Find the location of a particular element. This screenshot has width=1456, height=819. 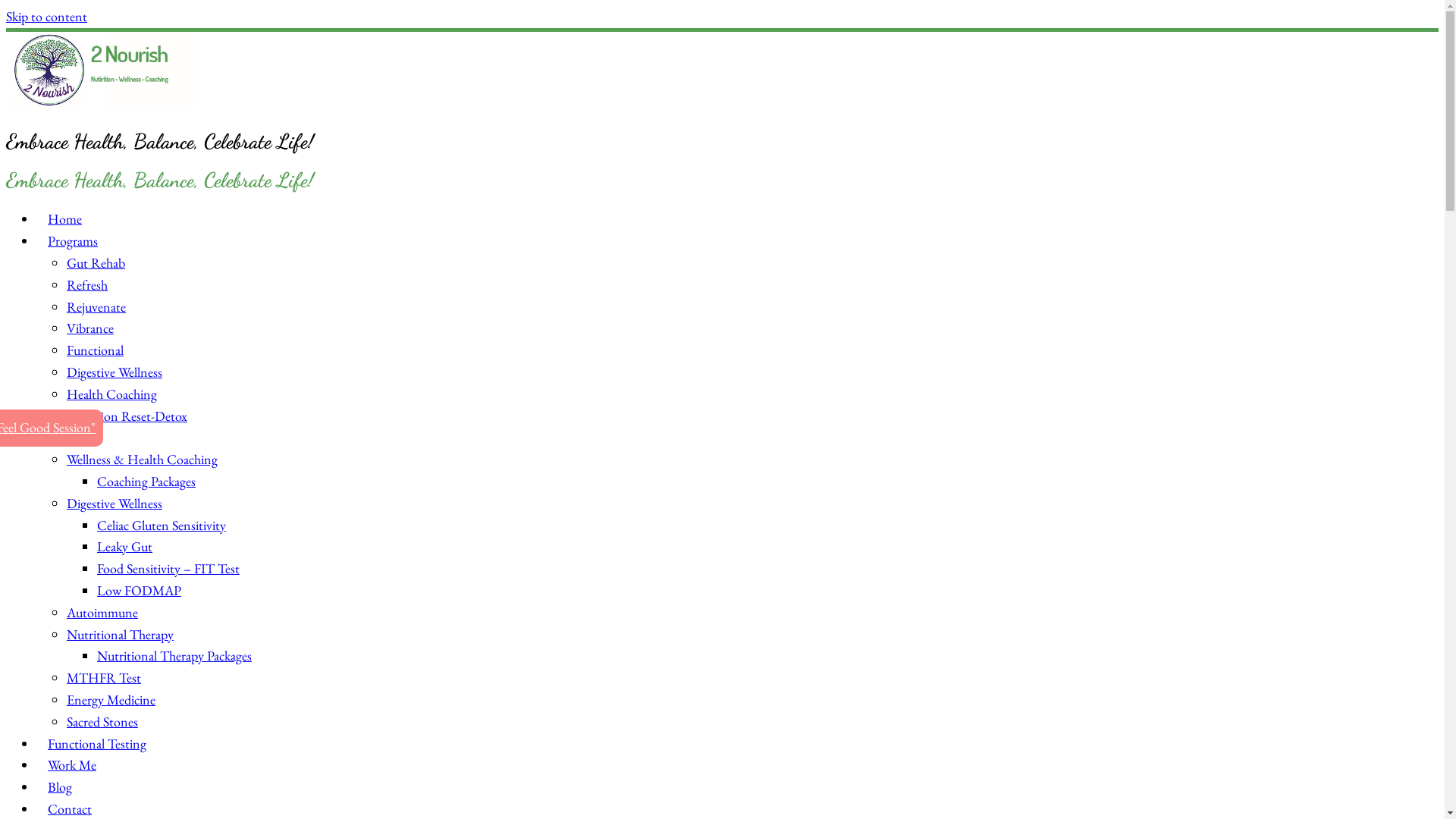

'Functional' is located at coordinates (94, 350).